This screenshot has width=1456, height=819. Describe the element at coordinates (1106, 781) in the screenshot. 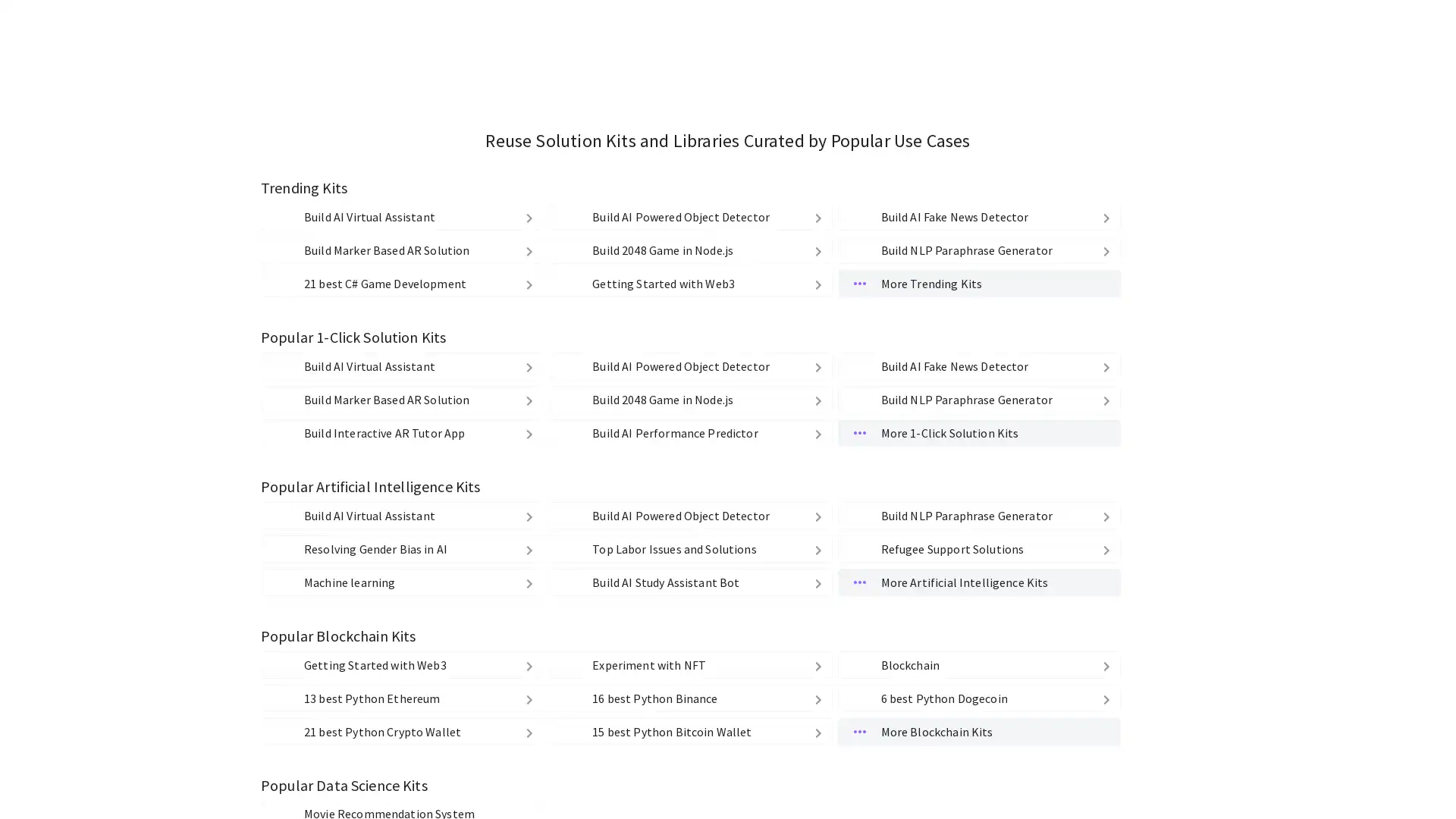

I see `delete` at that location.